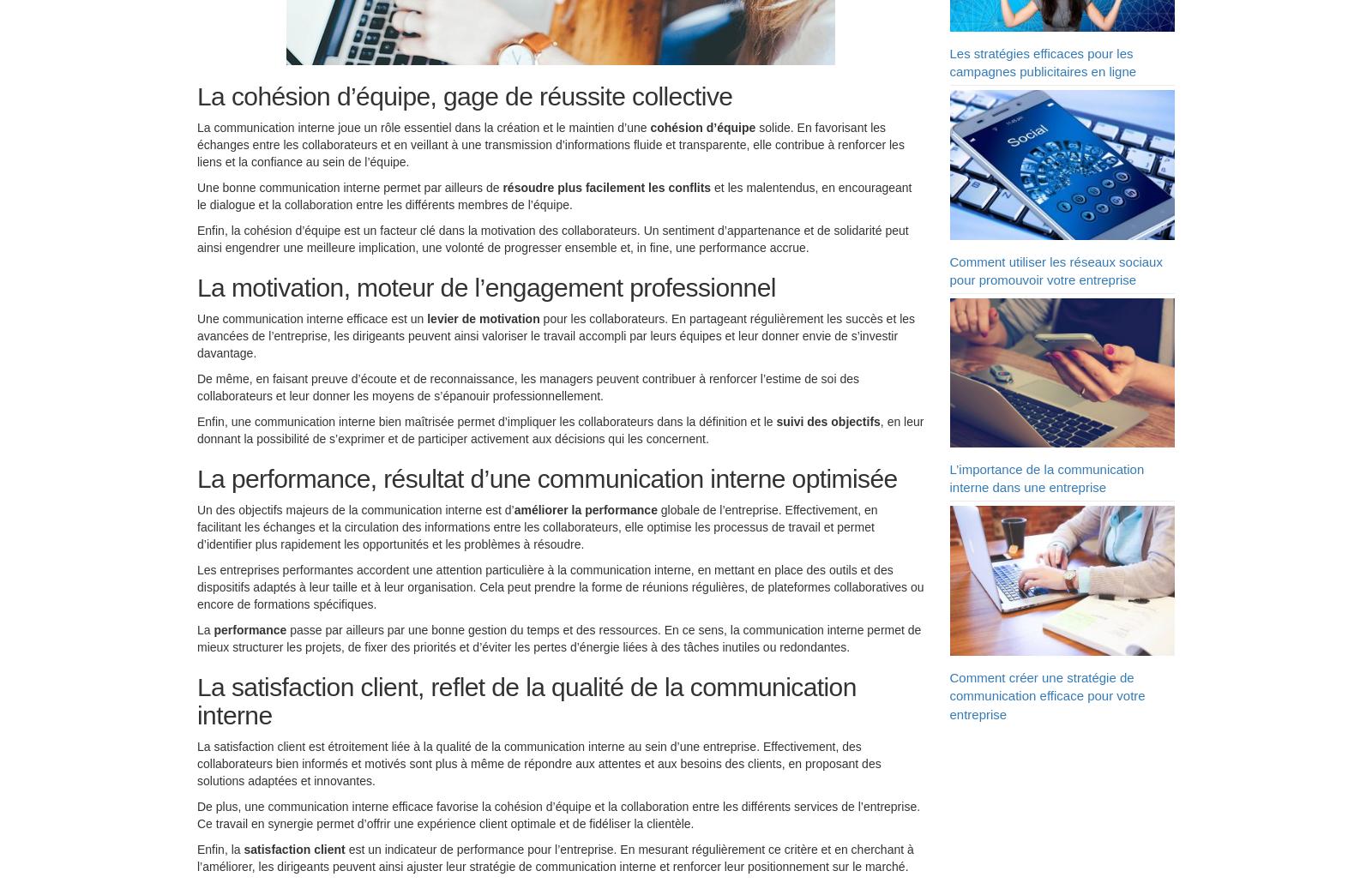 The image size is (1372, 883). I want to click on 'Enfin, la cohésion d’équipe est un facteur clé dans la motivation des collaborateurs. Un sentiment d’appartenance et de solidarité peut ainsi engendrer une meilleure implication, une volonté de progresser ensemble et, in fine, une performance accrue.', so click(552, 242).